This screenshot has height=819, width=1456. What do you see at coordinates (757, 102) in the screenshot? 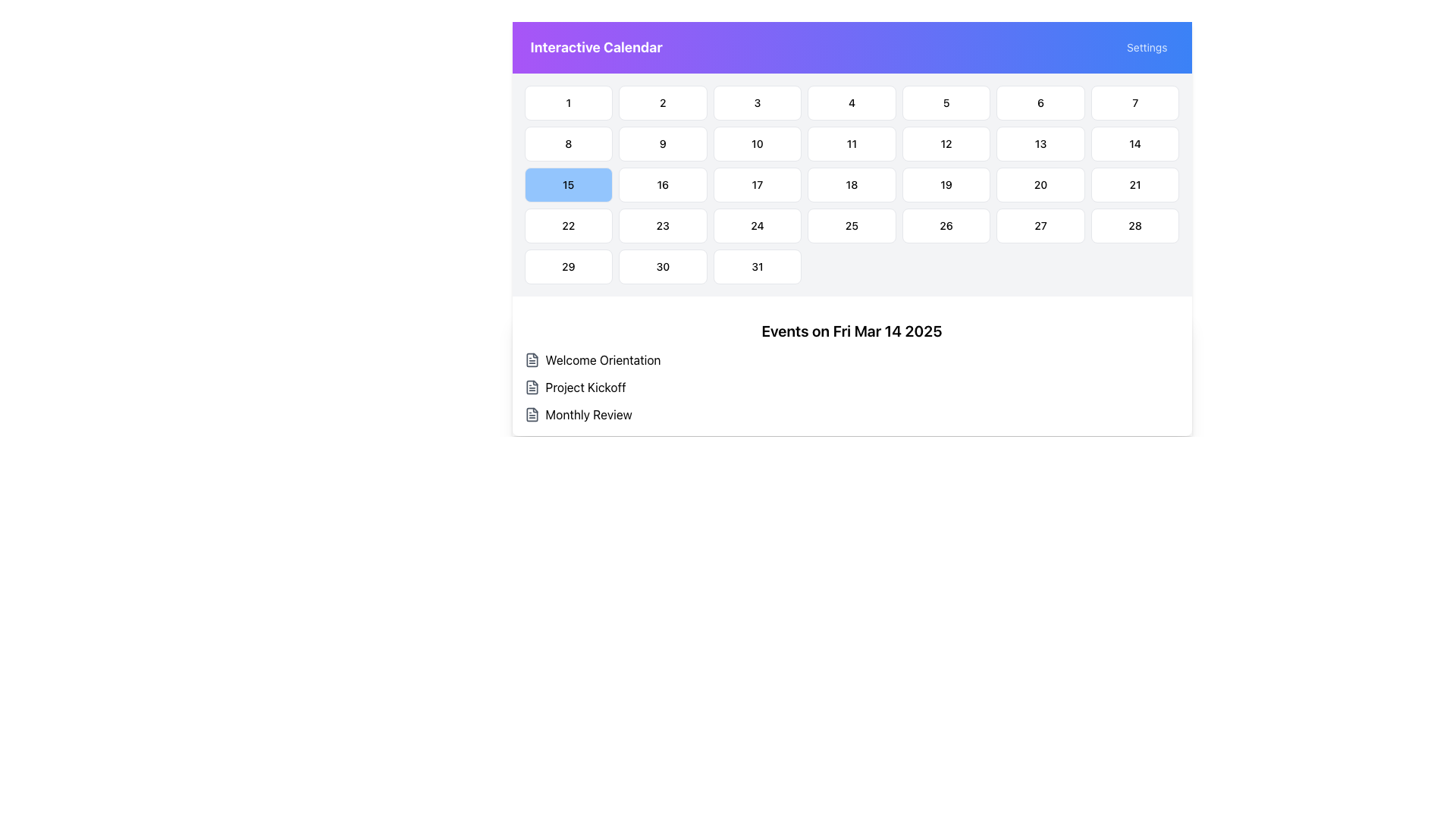
I see `the text label displaying the number '3' located in the first row and third column of the calendar layout` at bounding box center [757, 102].